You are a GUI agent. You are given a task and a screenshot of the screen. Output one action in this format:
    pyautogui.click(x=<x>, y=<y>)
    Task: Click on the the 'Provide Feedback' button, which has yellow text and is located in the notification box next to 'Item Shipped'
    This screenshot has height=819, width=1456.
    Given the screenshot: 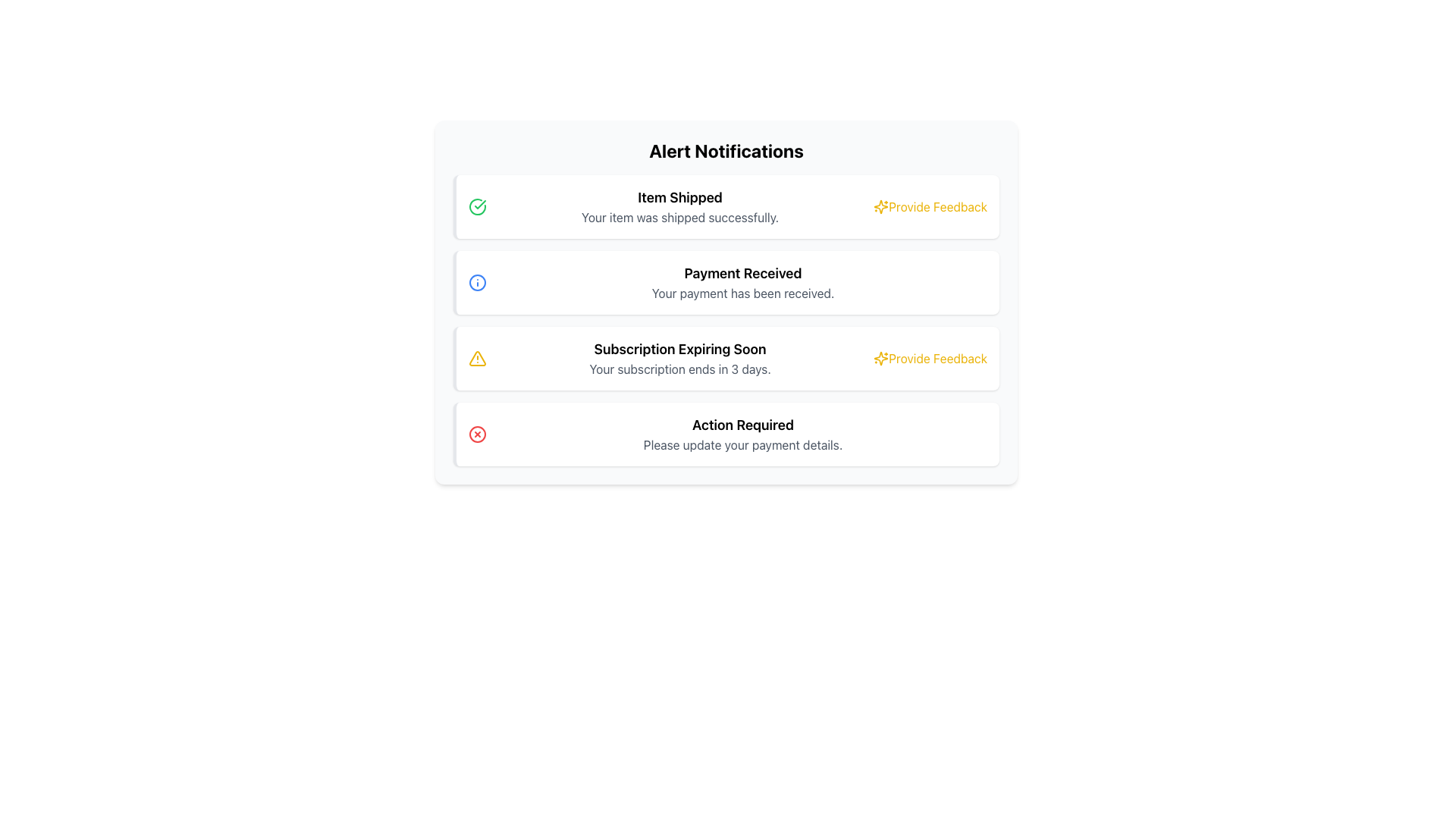 What is the action you would take?
    pyautogui.click(x=930, y=207)
    